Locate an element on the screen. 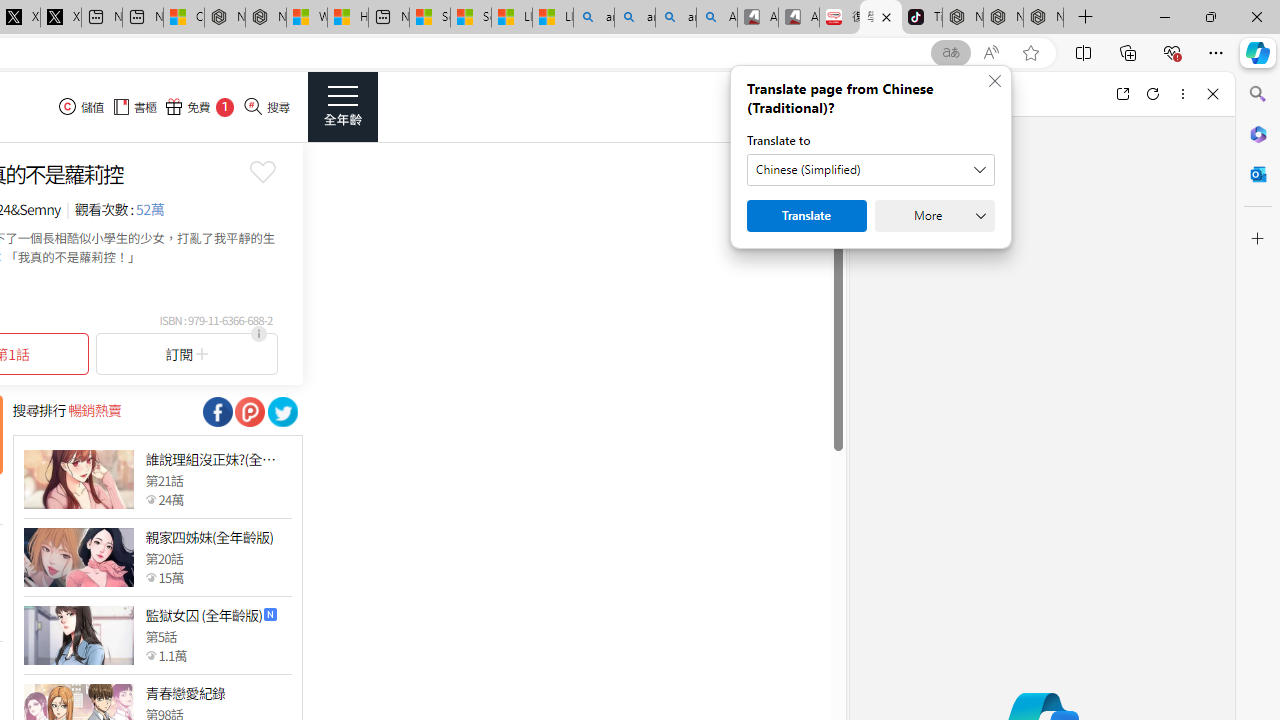 This screenshot has width=1280, height=720. 'Outlook' is located at coordinates (1257, 173).